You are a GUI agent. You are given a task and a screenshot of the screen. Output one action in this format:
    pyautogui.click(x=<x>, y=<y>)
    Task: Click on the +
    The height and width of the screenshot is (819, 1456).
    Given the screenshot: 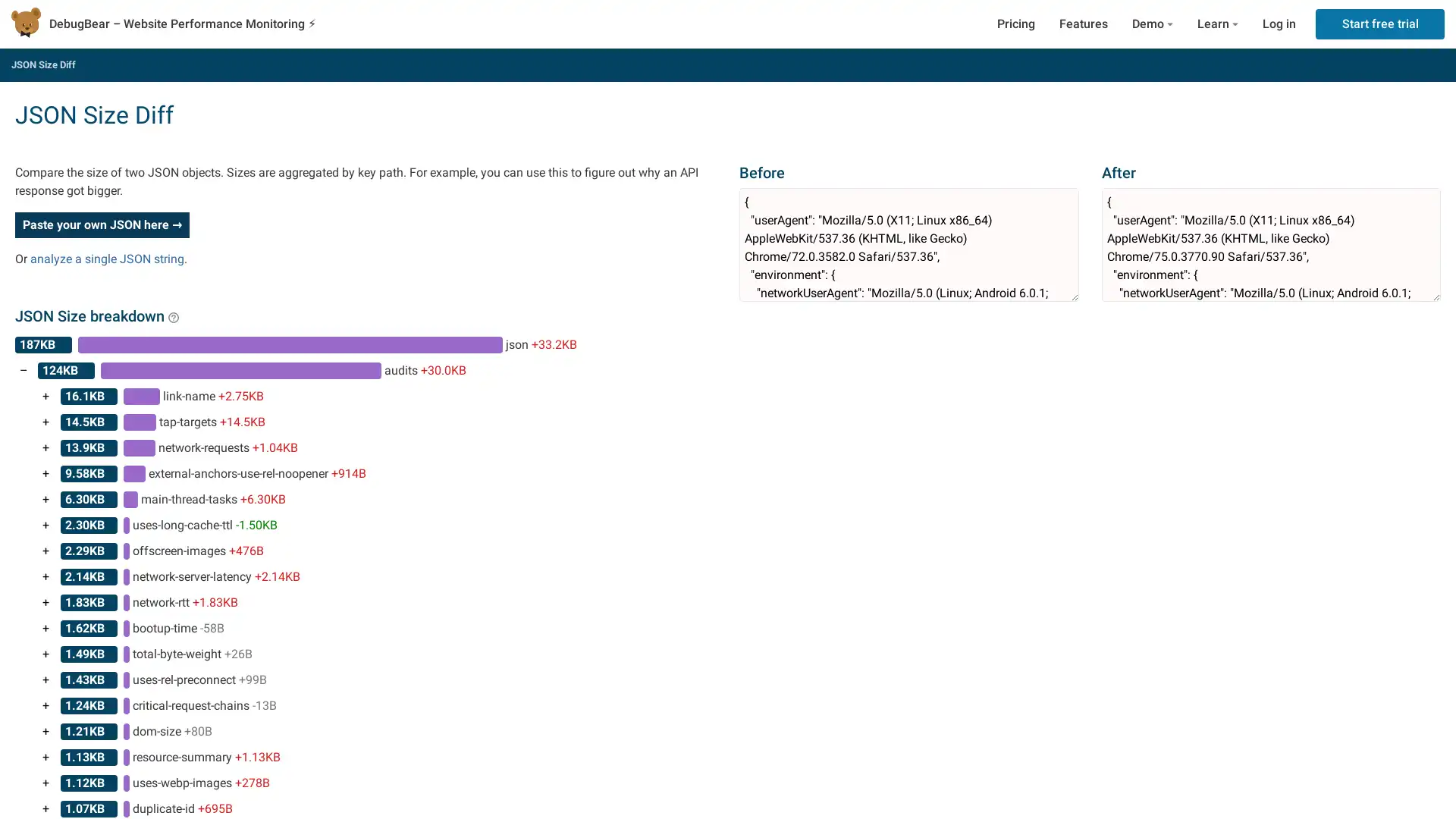 What is the action you would take?
    pyautogui.click(x=45, y=654)
    